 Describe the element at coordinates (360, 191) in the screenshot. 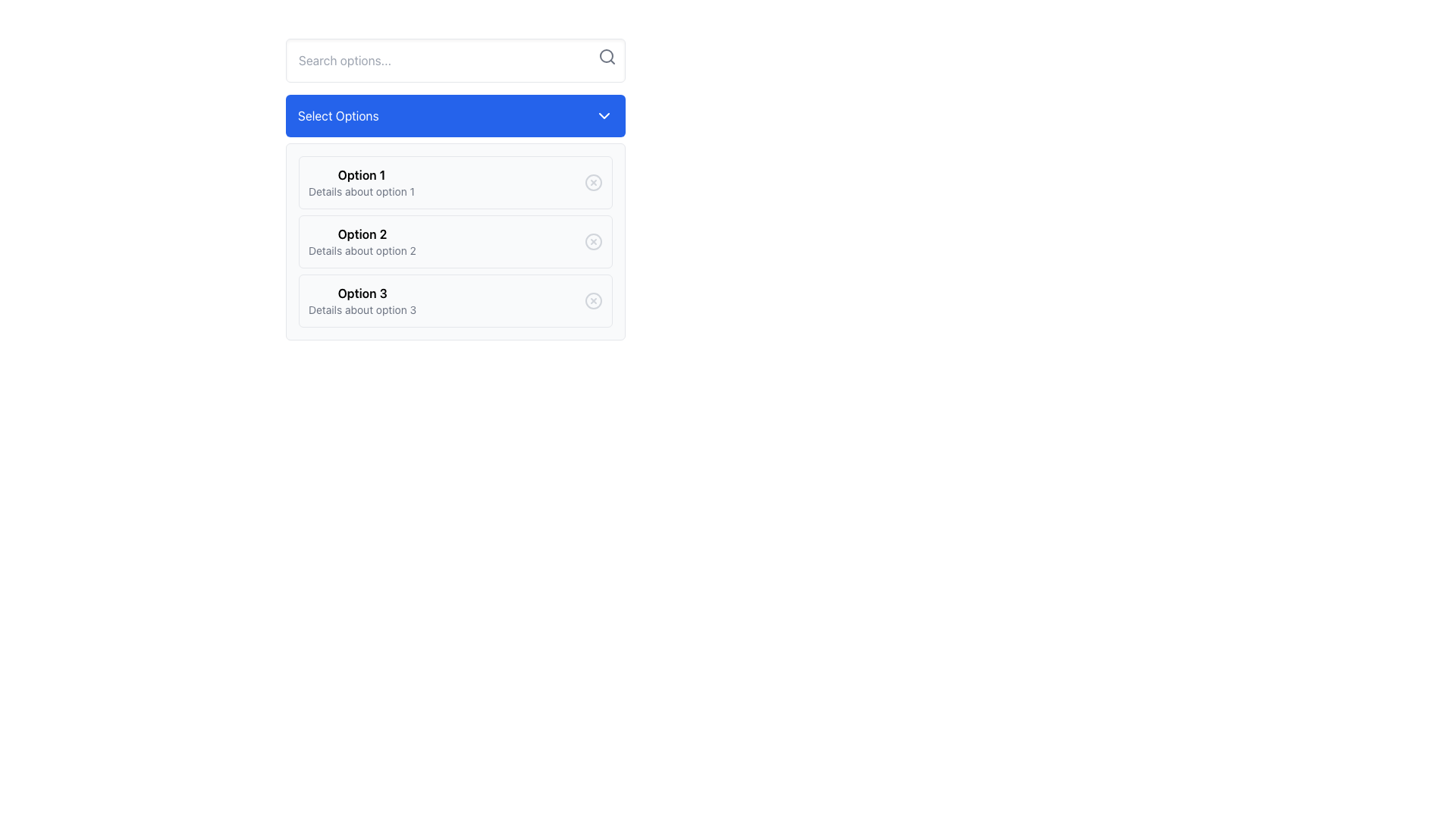

I see `the static text label that provides additional descriptive information about 'Option 1', located directly under the first listed option in the dropdown list` at that location.